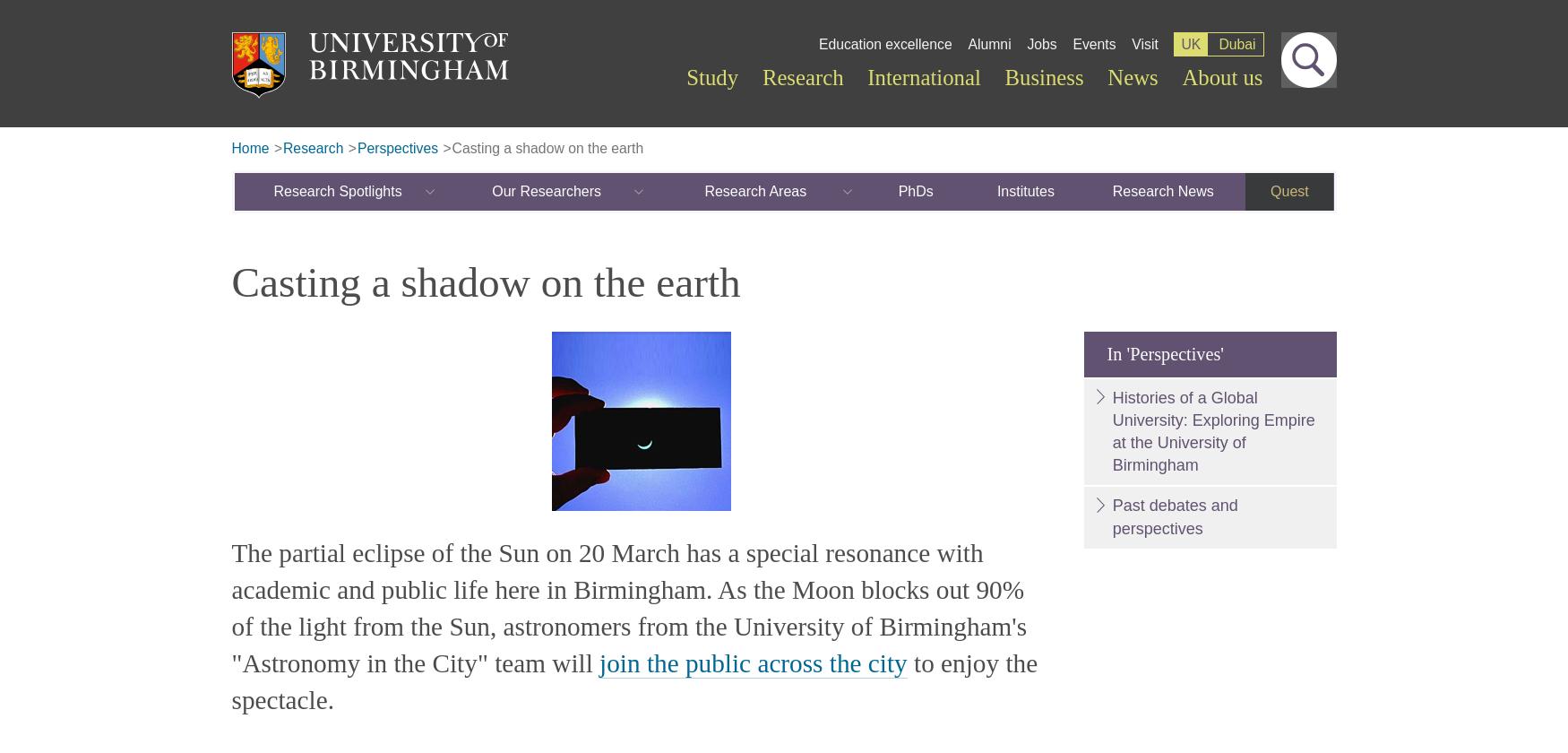 This screenshot has width=1568, height=753. I want to click on 'Events', so click(1093, 43).